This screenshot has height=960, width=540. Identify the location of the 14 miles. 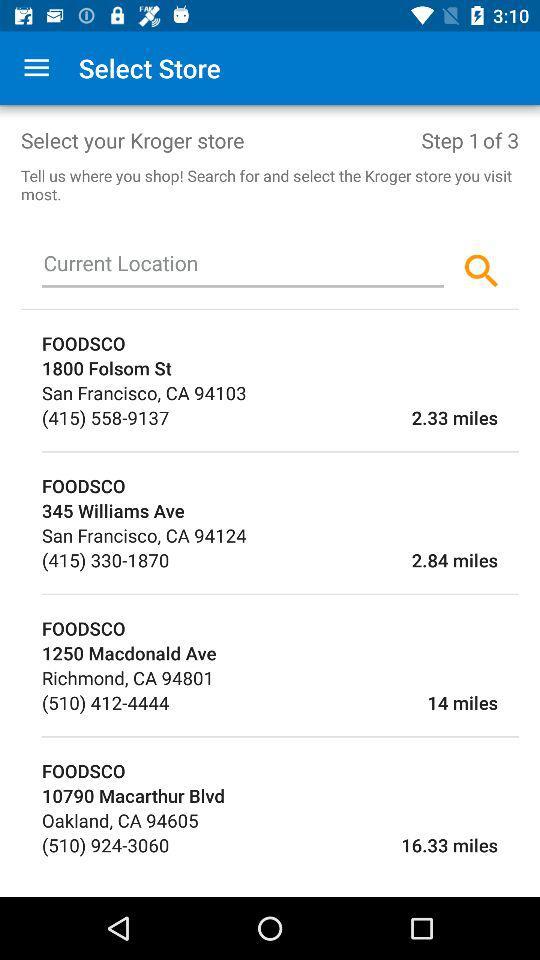
(333, 702).